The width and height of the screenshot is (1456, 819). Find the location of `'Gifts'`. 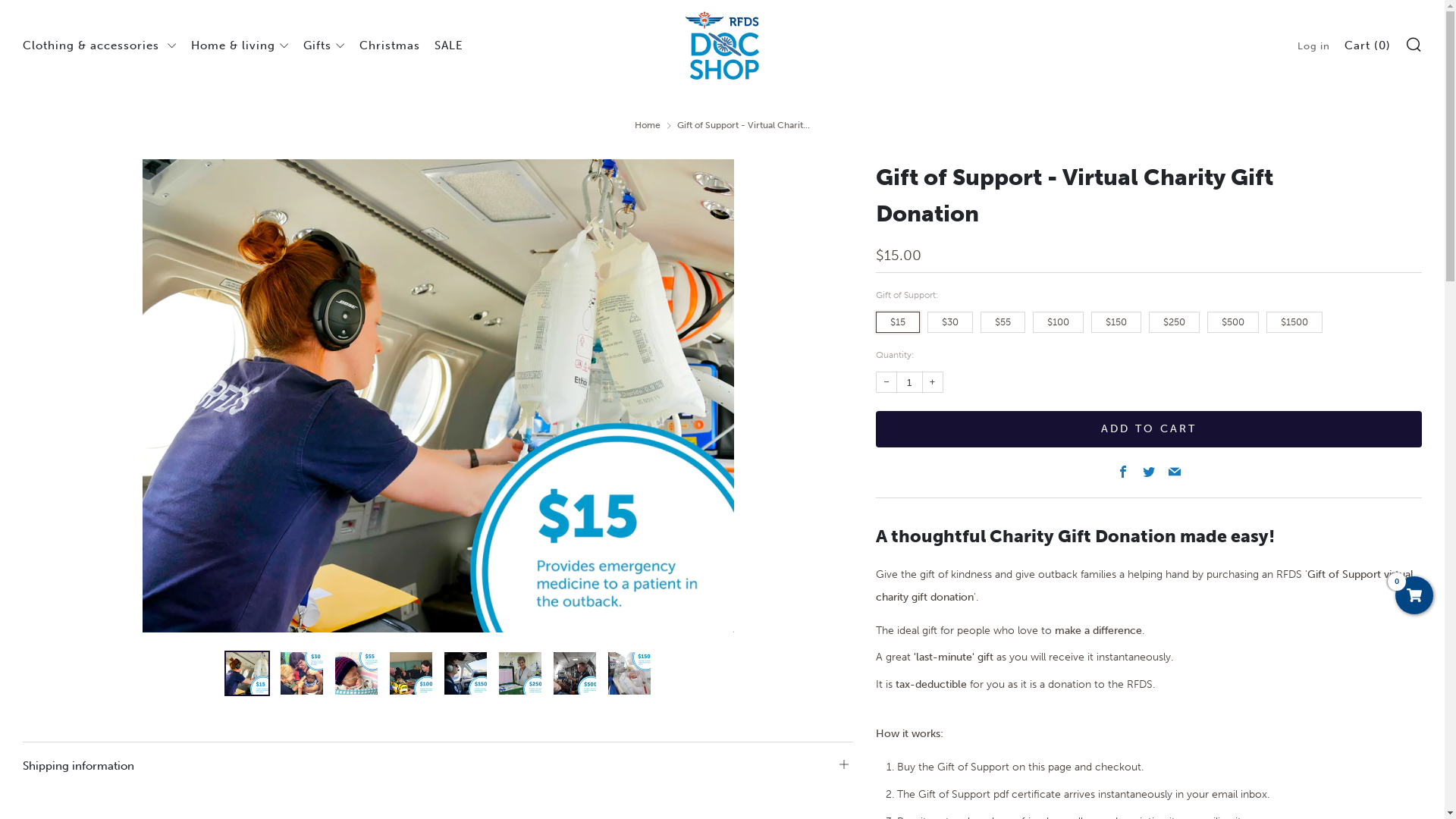

'Gifts' is located at coordinates (323, 45).